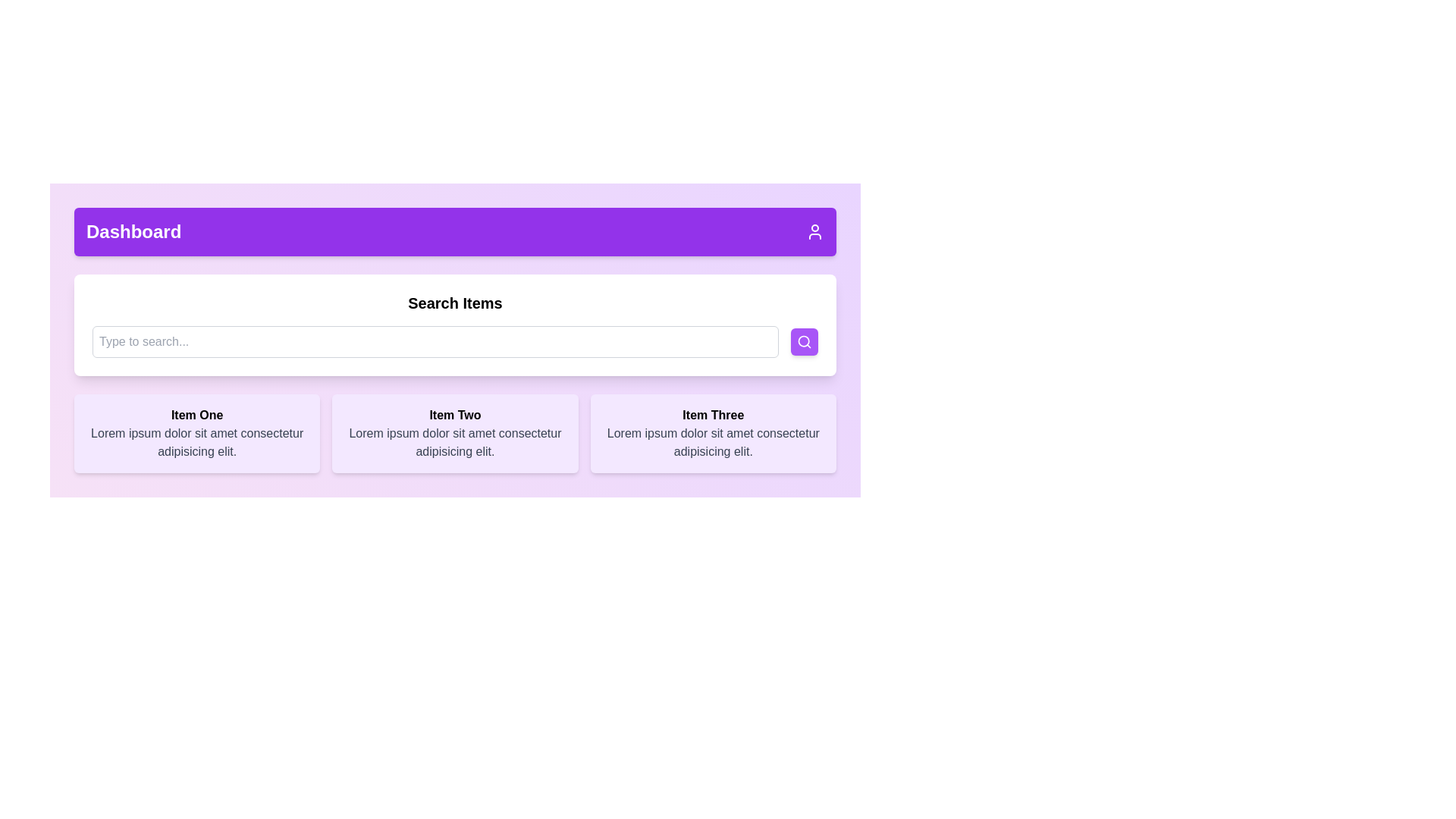  Describe the element at coordinates (454, 415) in the screenshot. I see `the bold-styled static text labeled 'Item Two' located in the central card of a horizontally displayed group of three cards within a purple-themed UI` at that location.